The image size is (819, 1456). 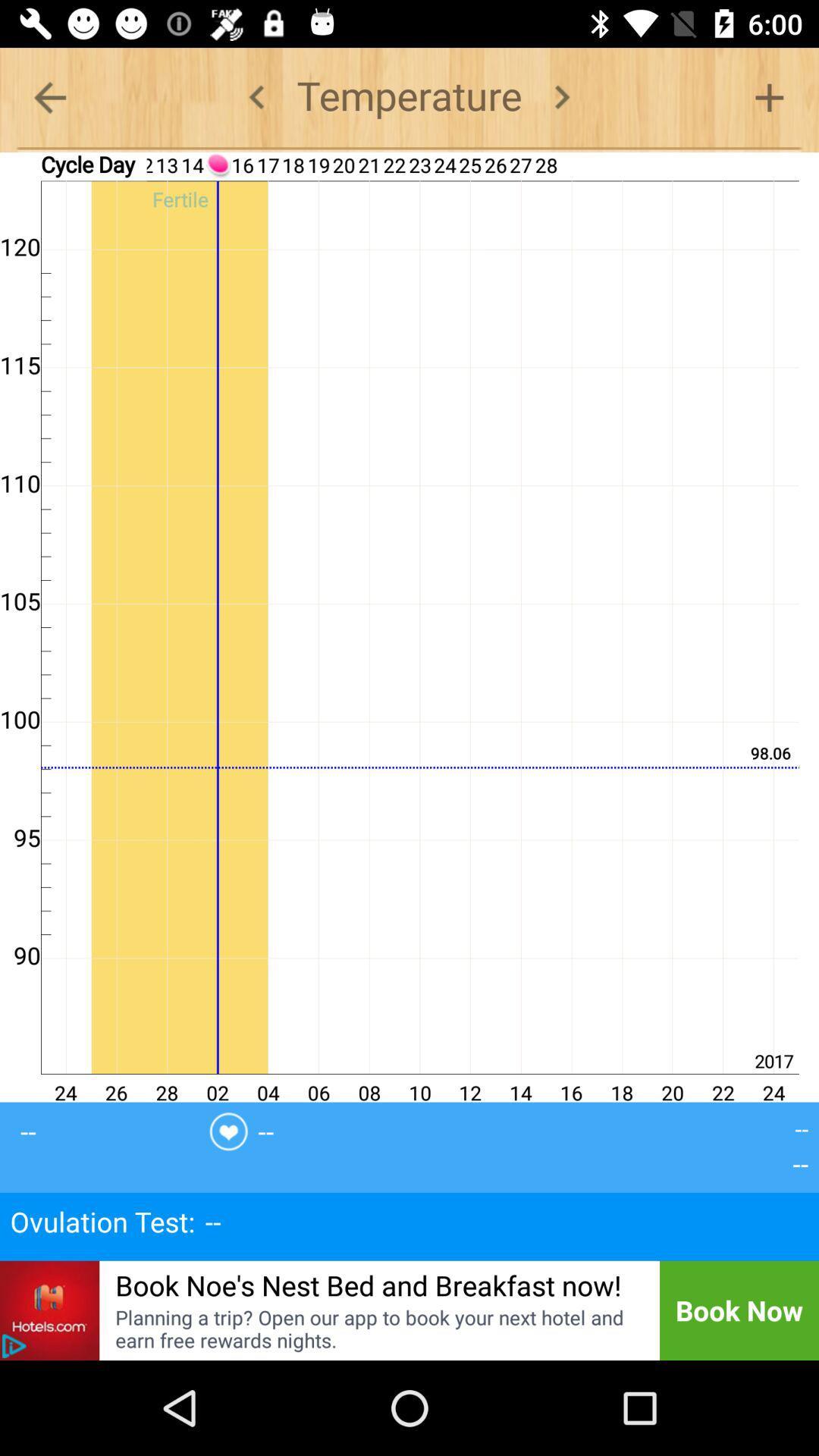 I want to click on previous title, so click(x=256, y=96).